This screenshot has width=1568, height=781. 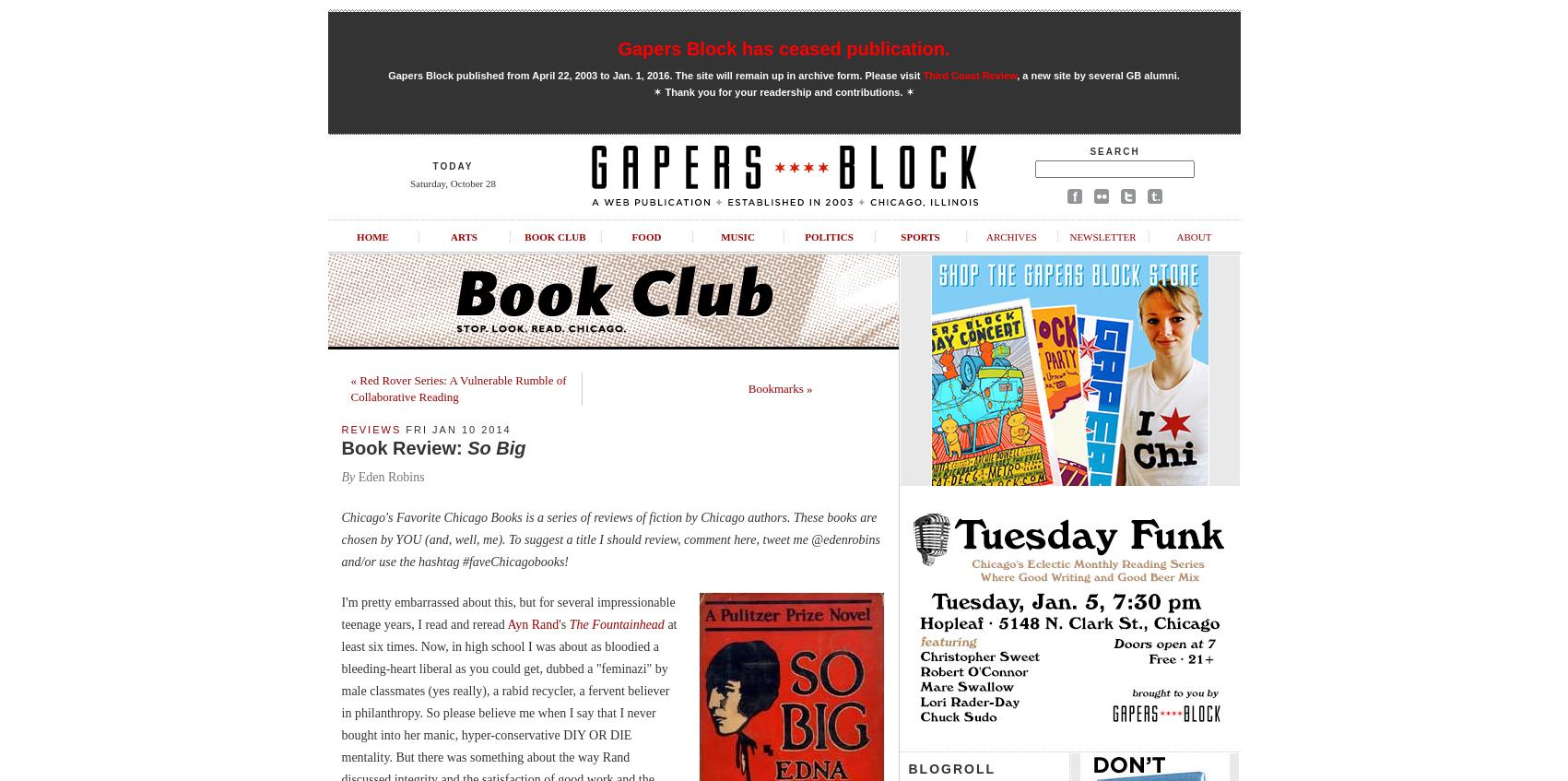 What do you see at coordinates (532, 624) in the screenshot?
I see `'Ayn Rand'` at bounding box center [532, 624].